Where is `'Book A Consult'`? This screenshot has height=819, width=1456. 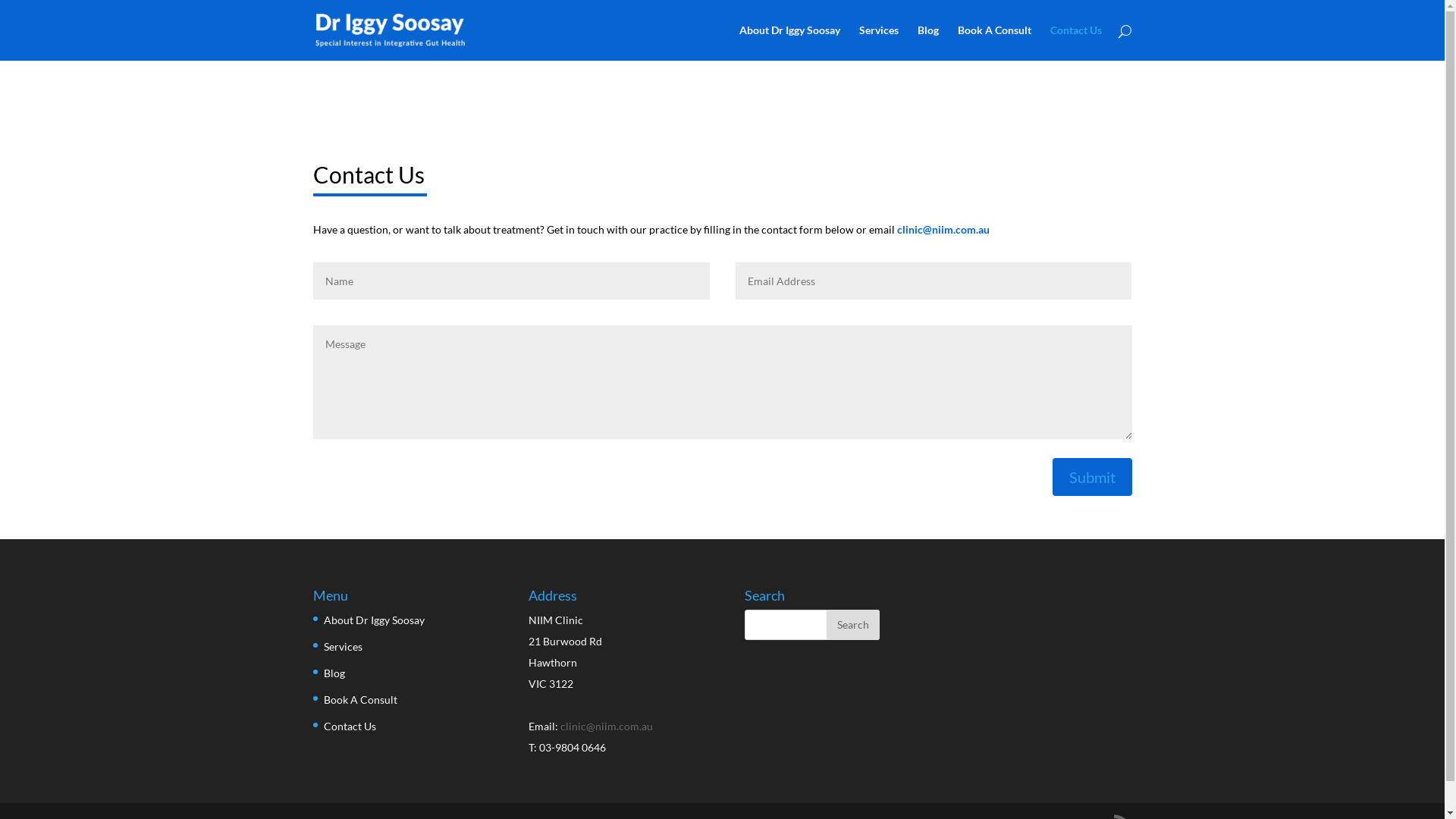
'Book A Consult' is located at coordinates (322, 699).